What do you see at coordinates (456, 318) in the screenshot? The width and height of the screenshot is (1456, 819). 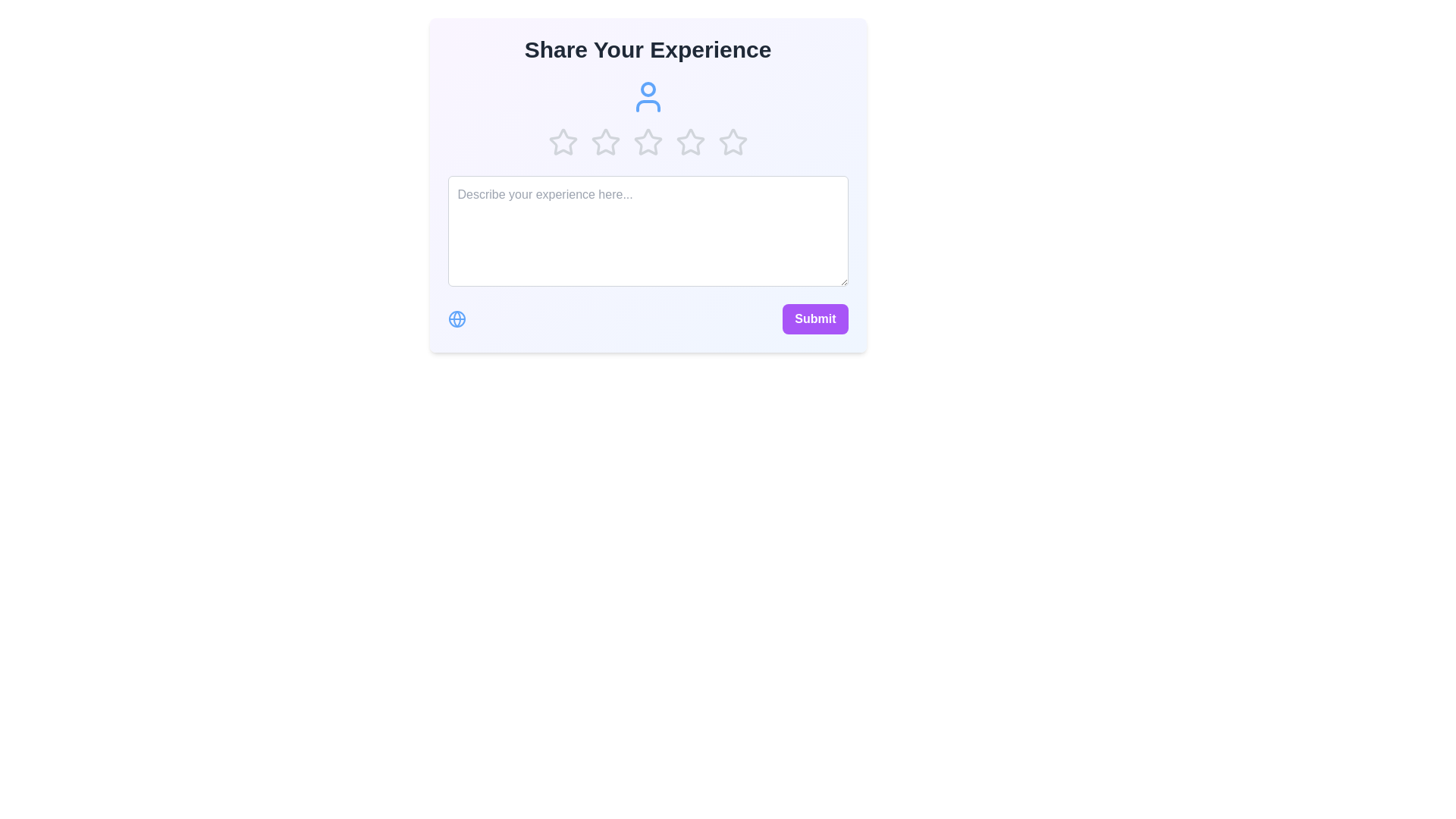 I see `the blue SVG Circle, which is part of the globe icon located in the bottom-left corner of the card interface` at bounding box center [456, 318].